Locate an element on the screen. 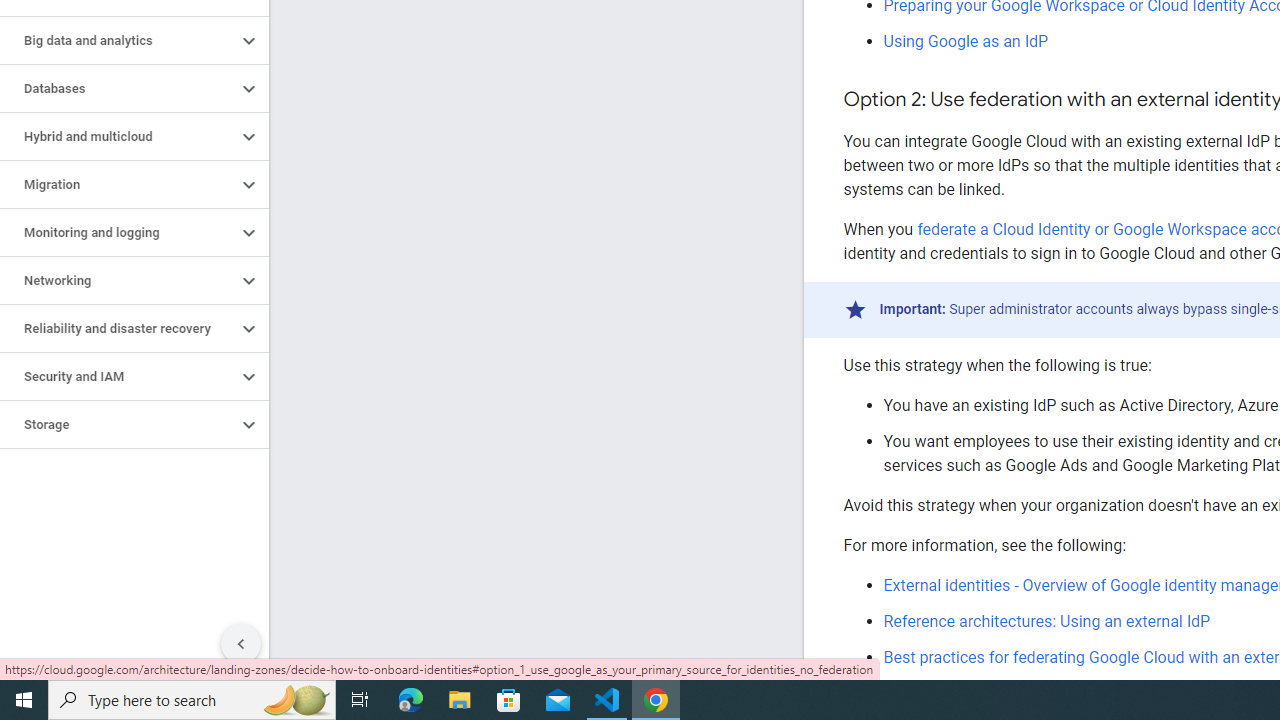 The image size is (1280, 720). 'Reference architectures: Using an external IdP' is located at coordinates (1046, 620).